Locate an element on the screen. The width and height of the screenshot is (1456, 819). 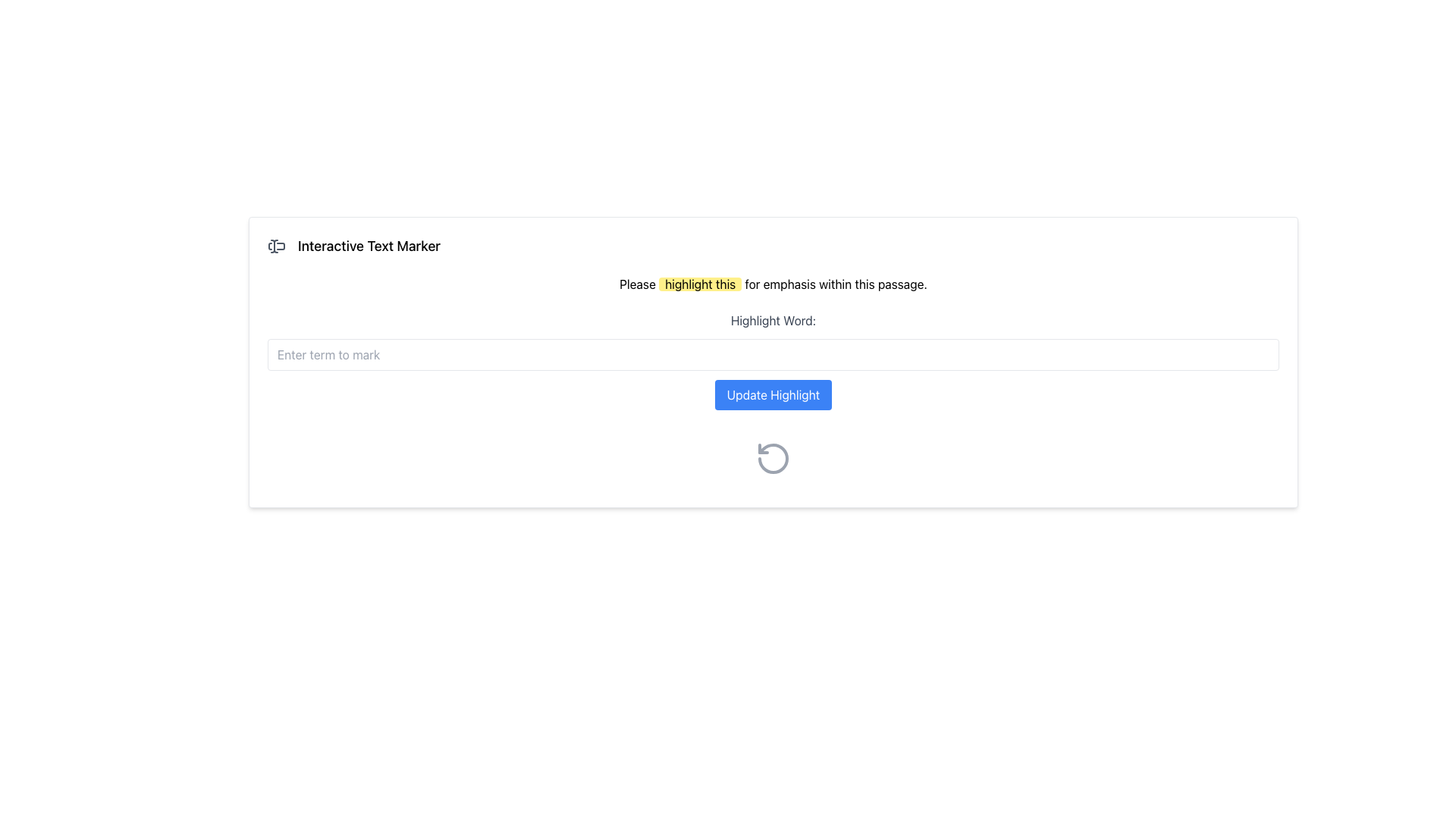
the circular icon with a counter-clockwise arrow symbol, styled in gray tones, located at the bottom of the layout below the blue 'Update Highlight' button is located at coordinates (773, 458).